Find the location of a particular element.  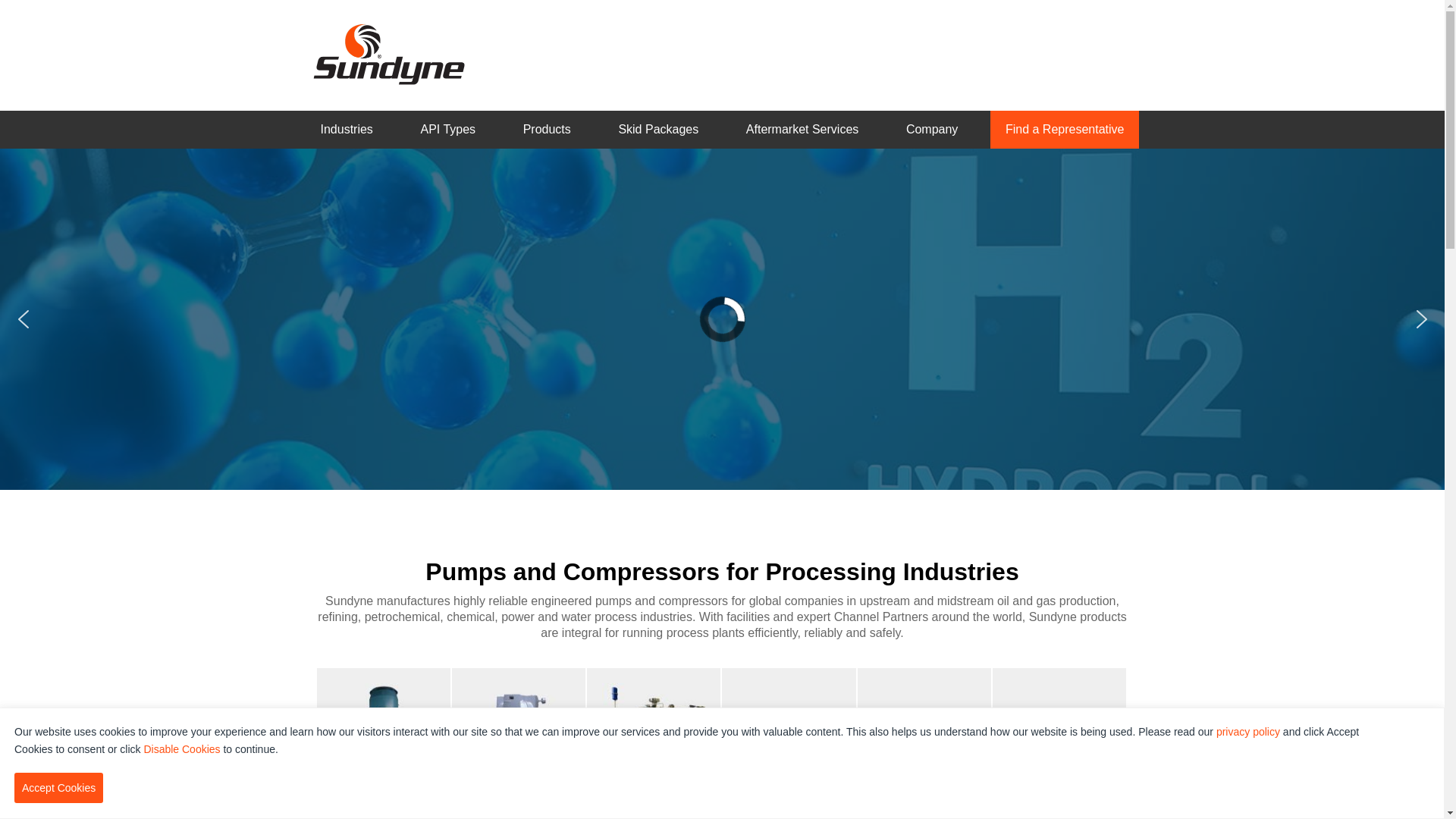

'Industries' is located at coordinates (345, 129).